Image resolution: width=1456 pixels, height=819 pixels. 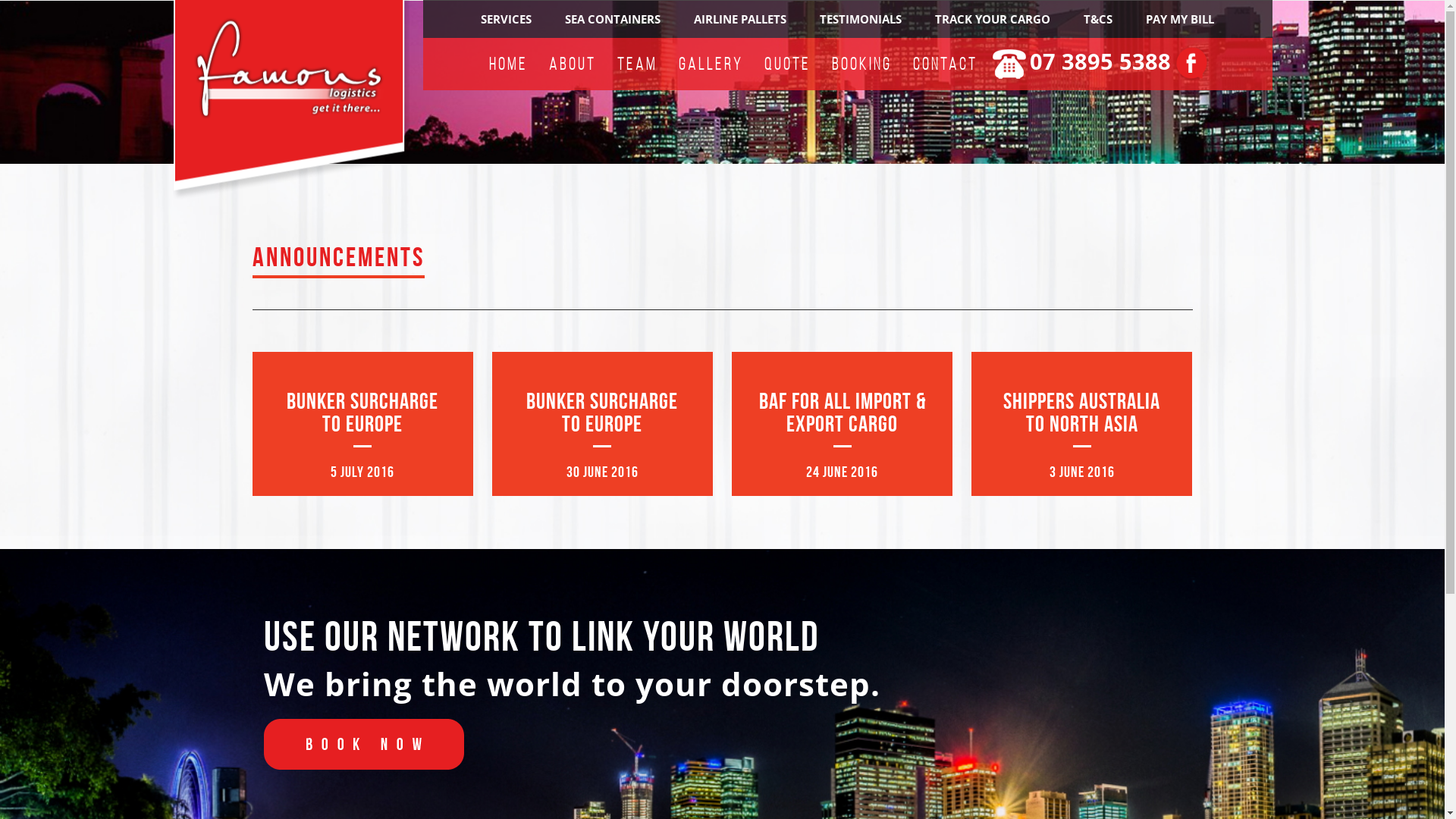 What do you see at coordinates (481, 63) in the screenshot?
I see `'HOME'` at bounding box center [481, 63].